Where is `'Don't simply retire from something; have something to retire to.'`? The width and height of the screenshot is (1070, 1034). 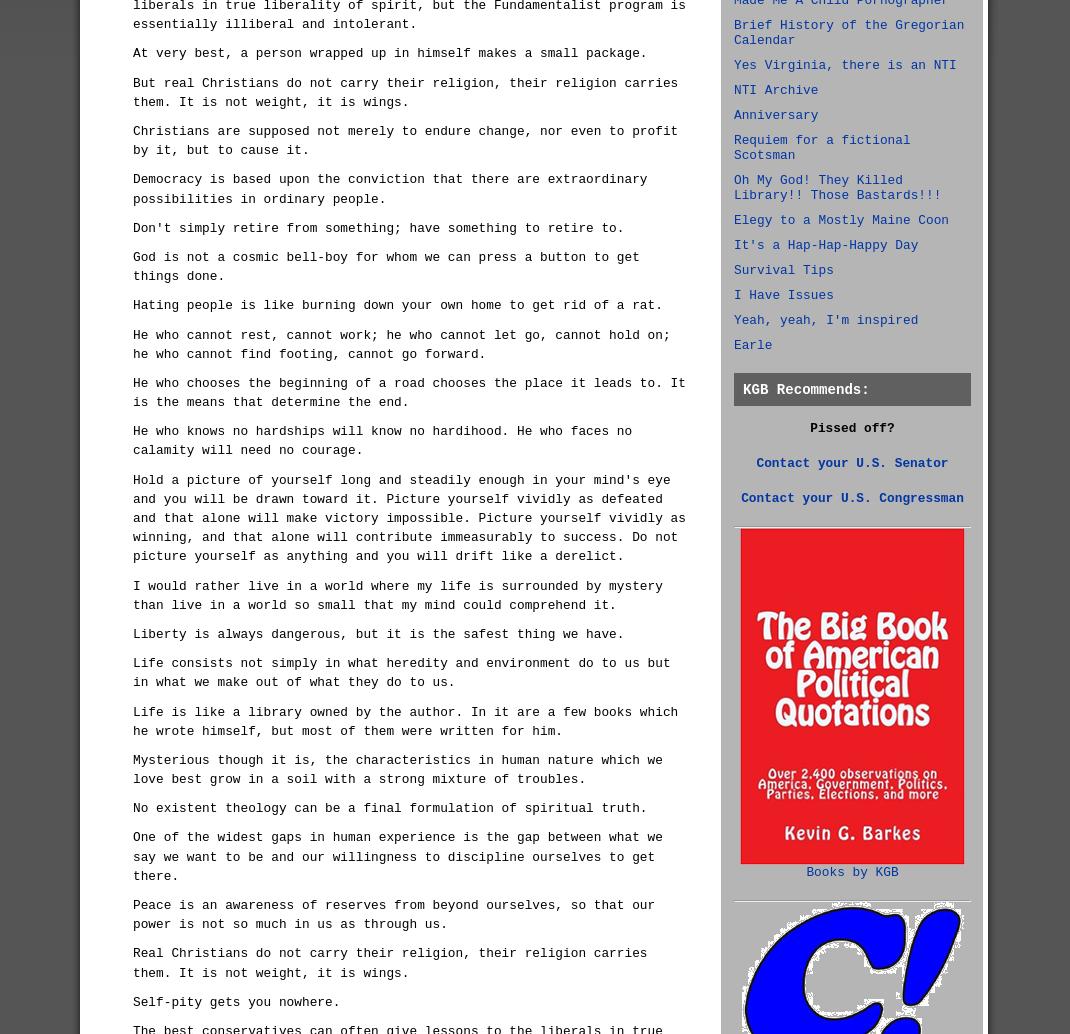
'Don't simply retire from something; have something to retire to.' is located at coordinates (377, 227).